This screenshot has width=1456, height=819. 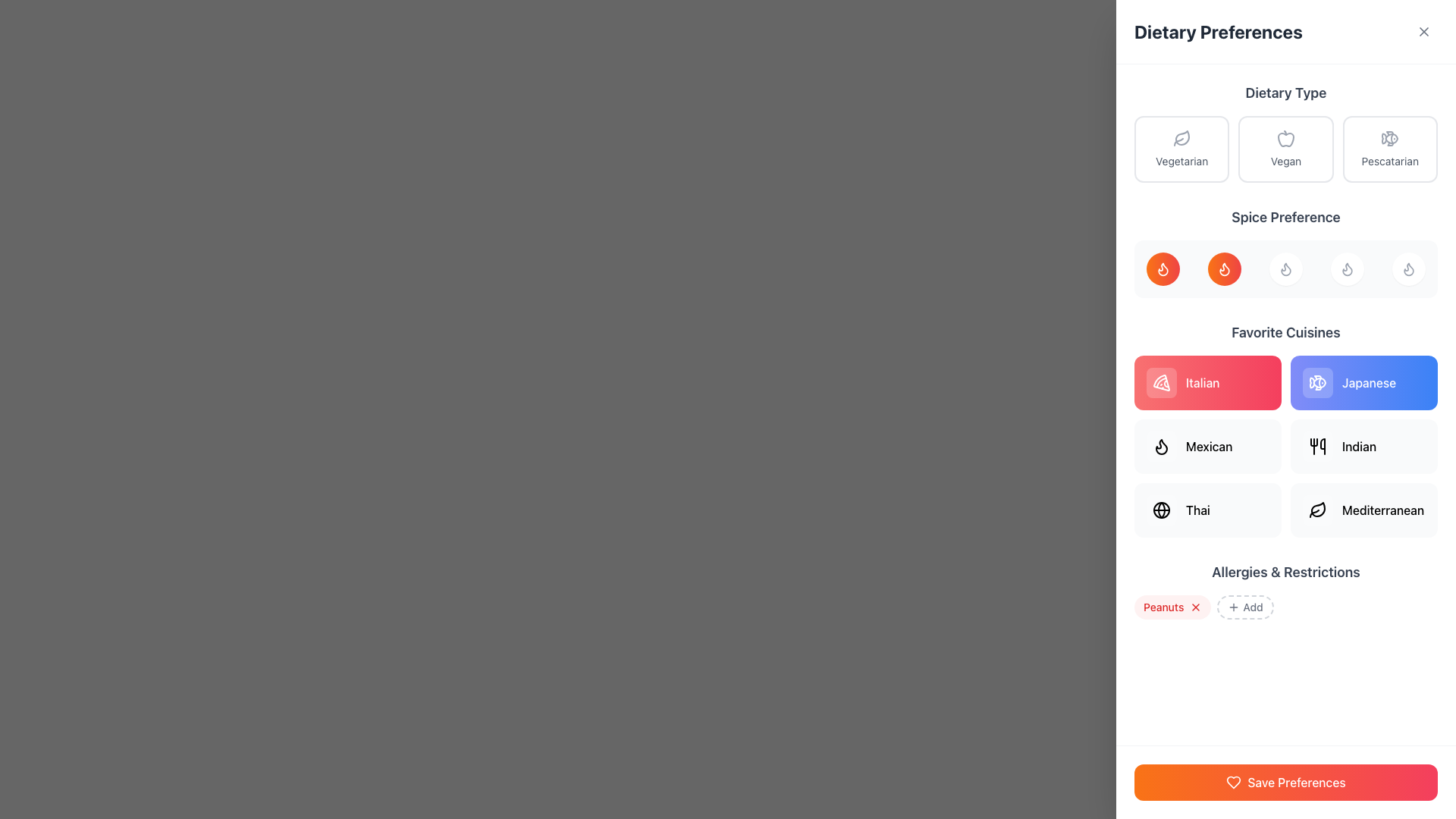 I want to click on the icon representing the lowest spice preference level in the 'Spice Preference' section of the 'Dietary Preferences' panel, so click(x=1163, y=268).